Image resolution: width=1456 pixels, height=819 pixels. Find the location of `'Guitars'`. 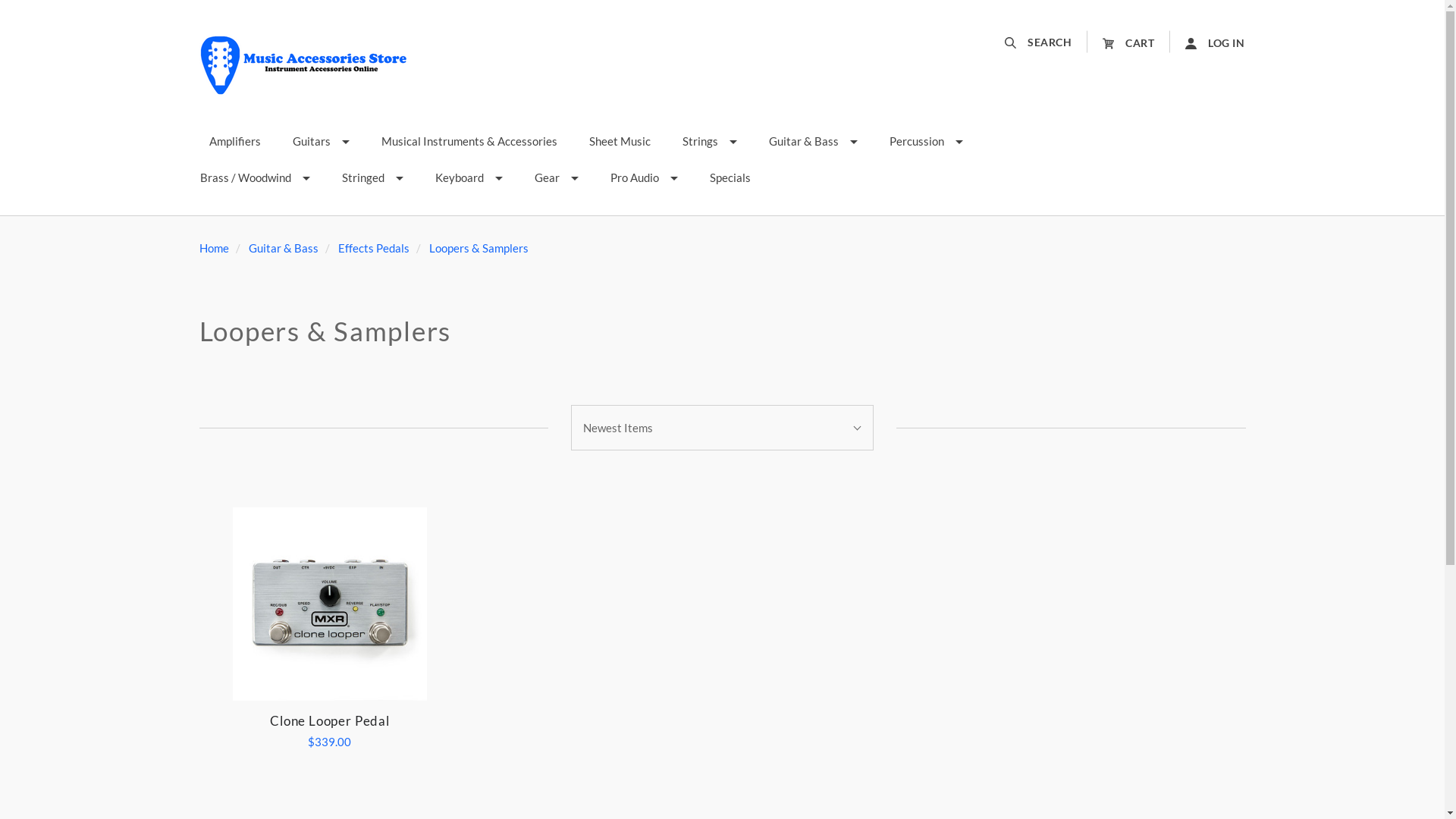

'Guitars' is located at coordinates (280, 141).